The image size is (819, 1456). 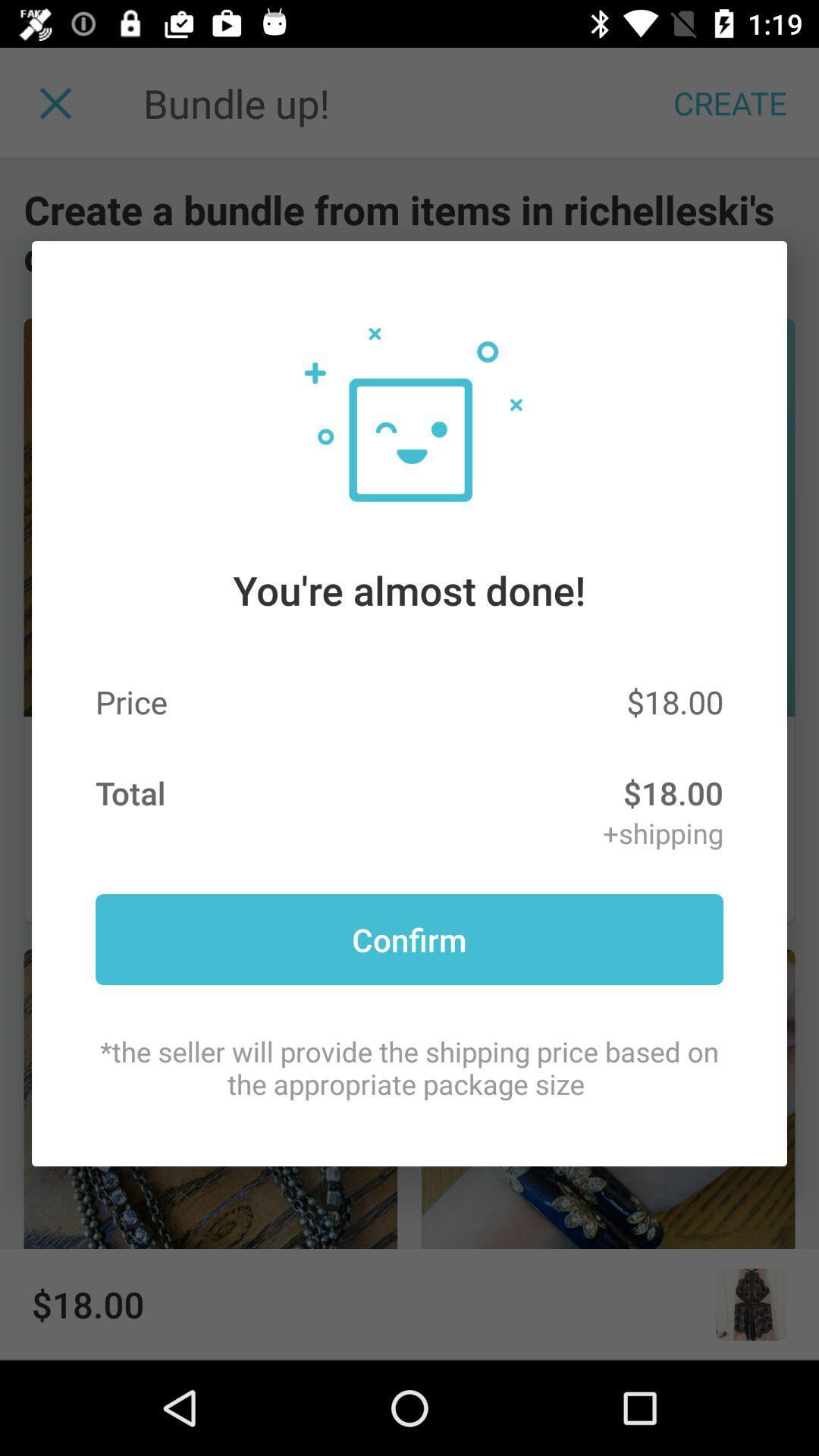 What do you see at coordinates (409, 938) in the screenshot?
I see `the icon above the the seller will icon` at bounding box center [409, 938].